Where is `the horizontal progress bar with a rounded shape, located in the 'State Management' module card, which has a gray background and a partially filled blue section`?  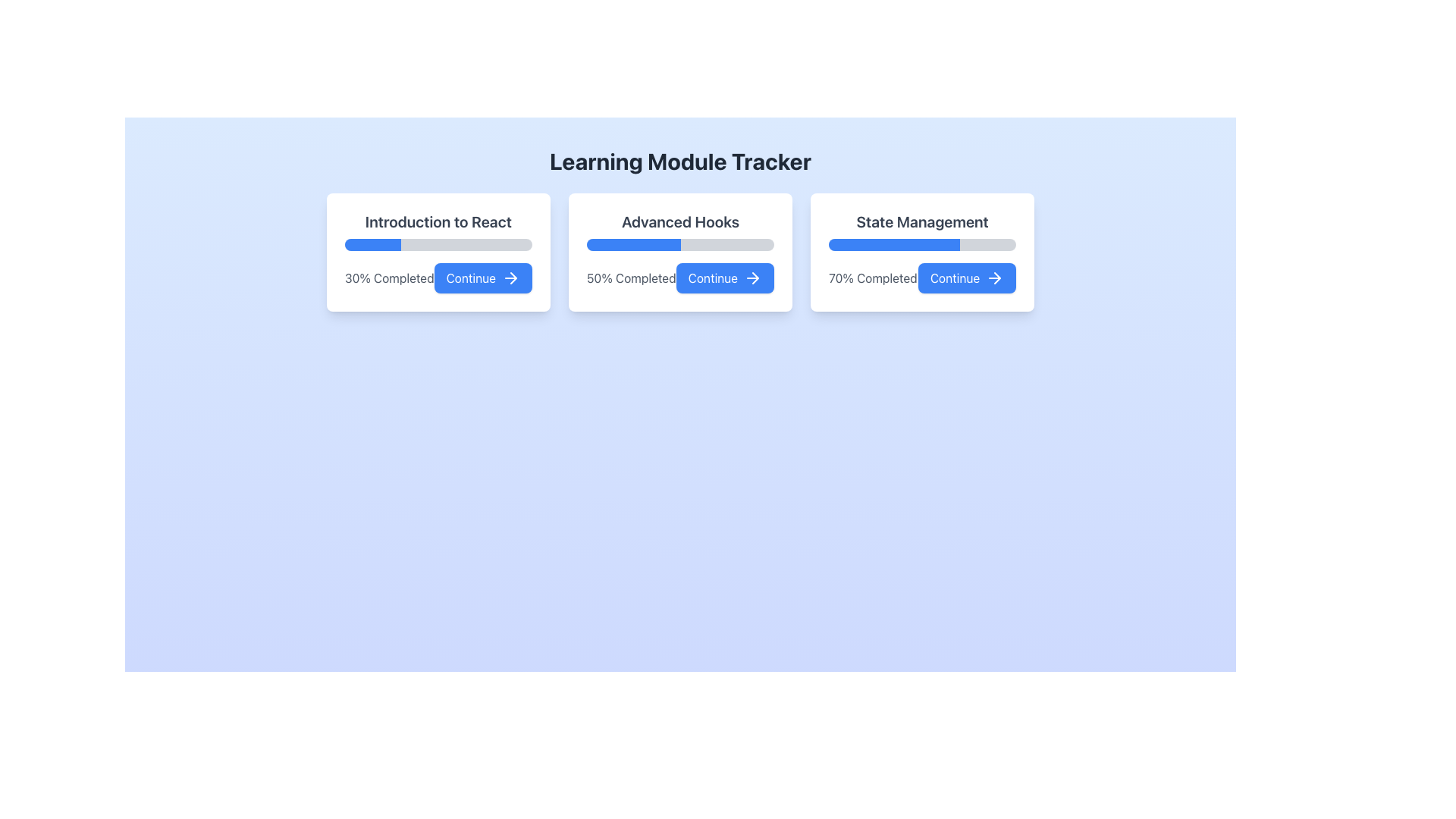
the horizontal progress bar with a rounded shape, located in the 'State Management' module card, which has a gray background and a partially filled blue section is located at coordinates (921, 244).